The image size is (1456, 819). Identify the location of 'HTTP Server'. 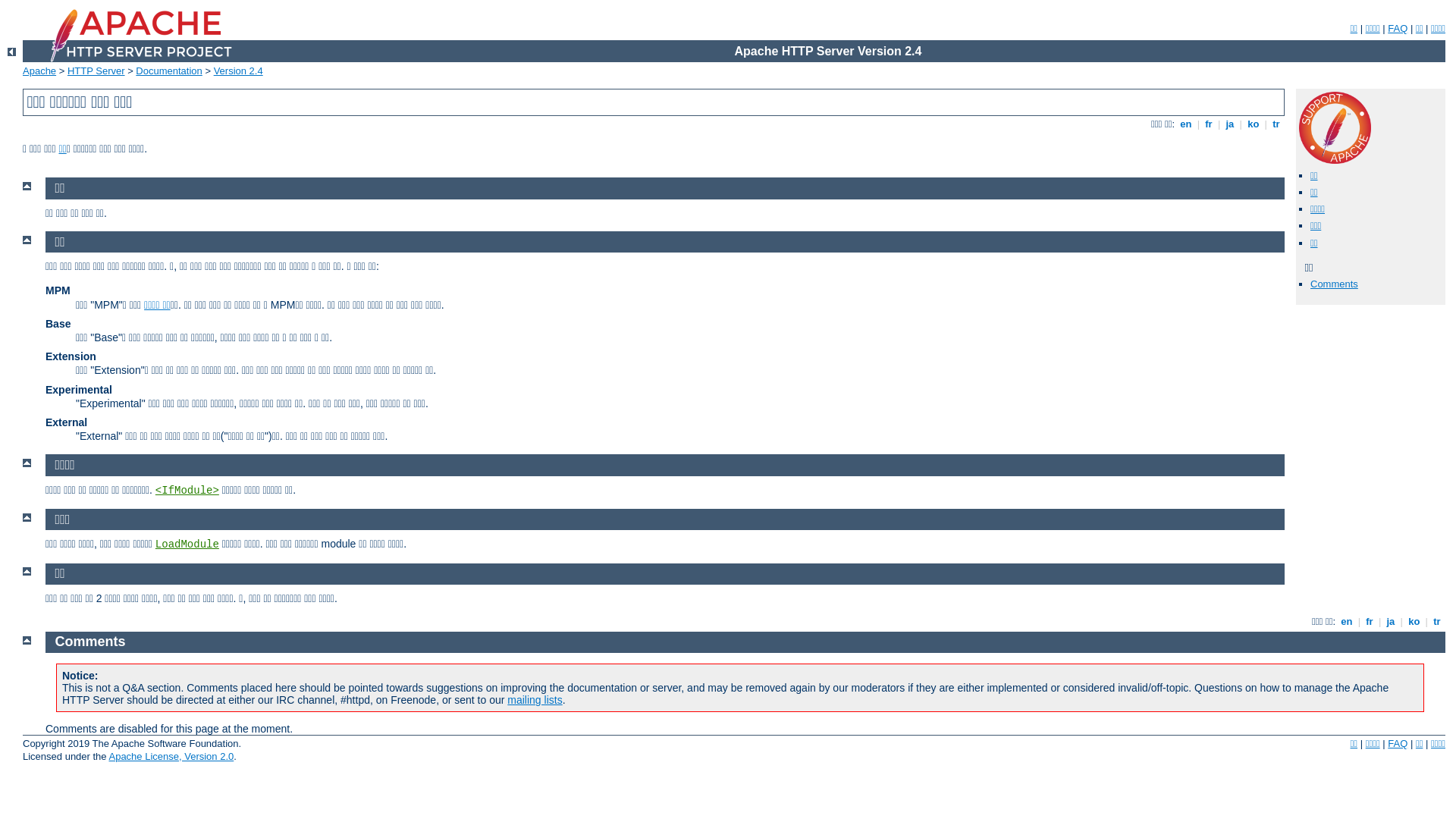
(95, 71).